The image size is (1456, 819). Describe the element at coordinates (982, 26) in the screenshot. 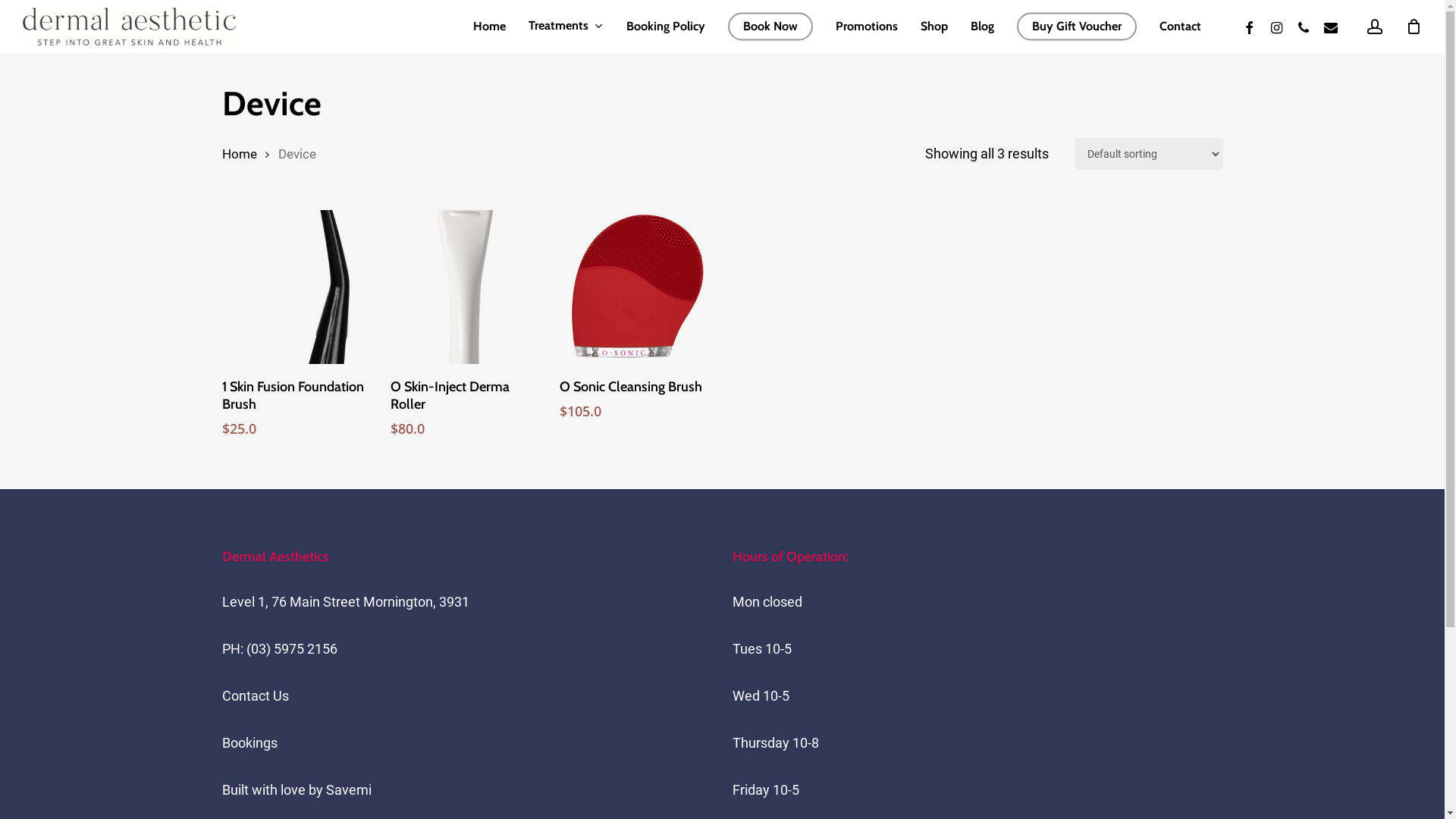

I see `'Blog'` at that location.